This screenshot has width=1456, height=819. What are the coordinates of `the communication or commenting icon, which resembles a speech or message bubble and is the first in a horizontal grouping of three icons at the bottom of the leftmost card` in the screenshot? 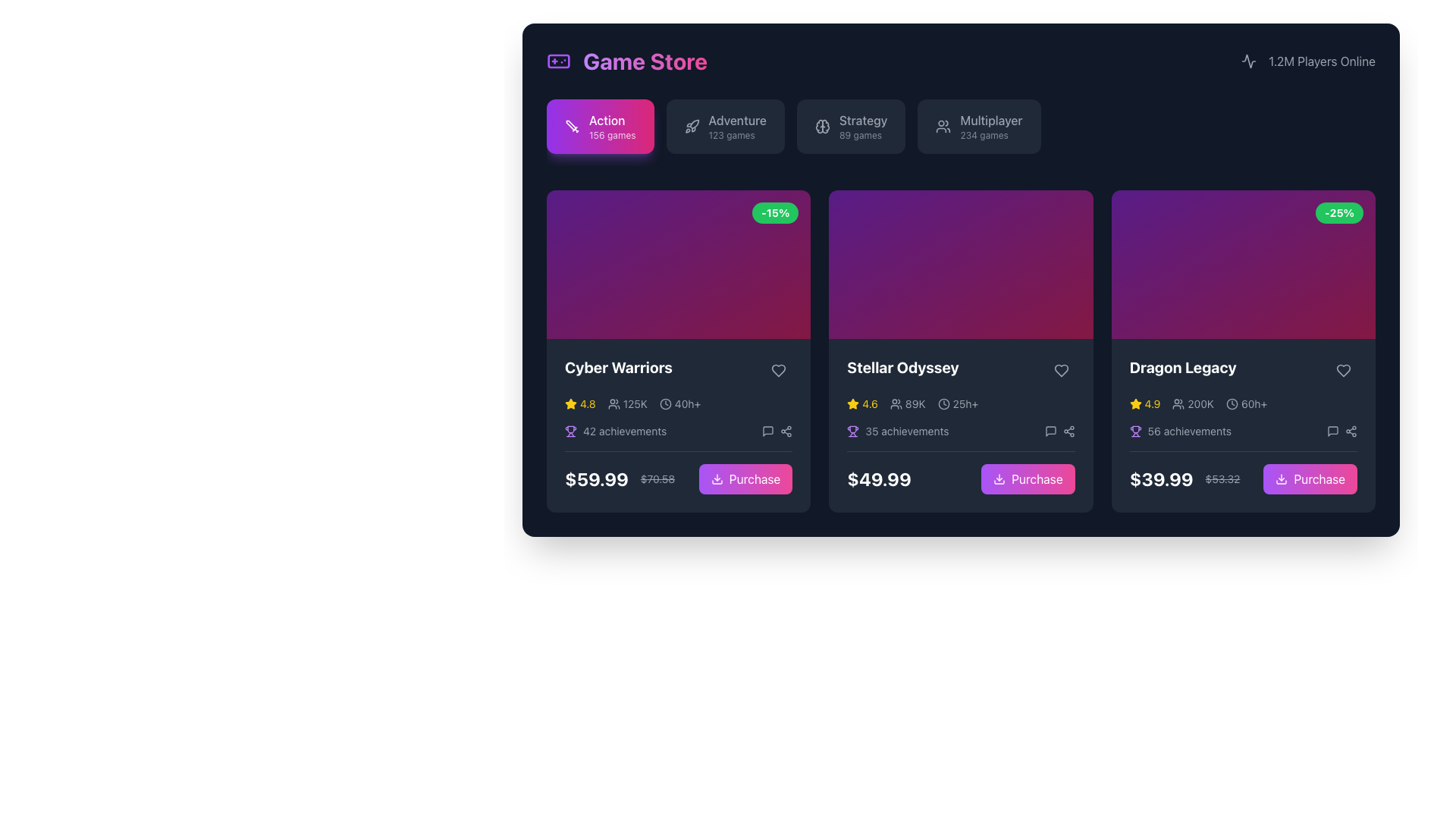 It's located at (768, 431).